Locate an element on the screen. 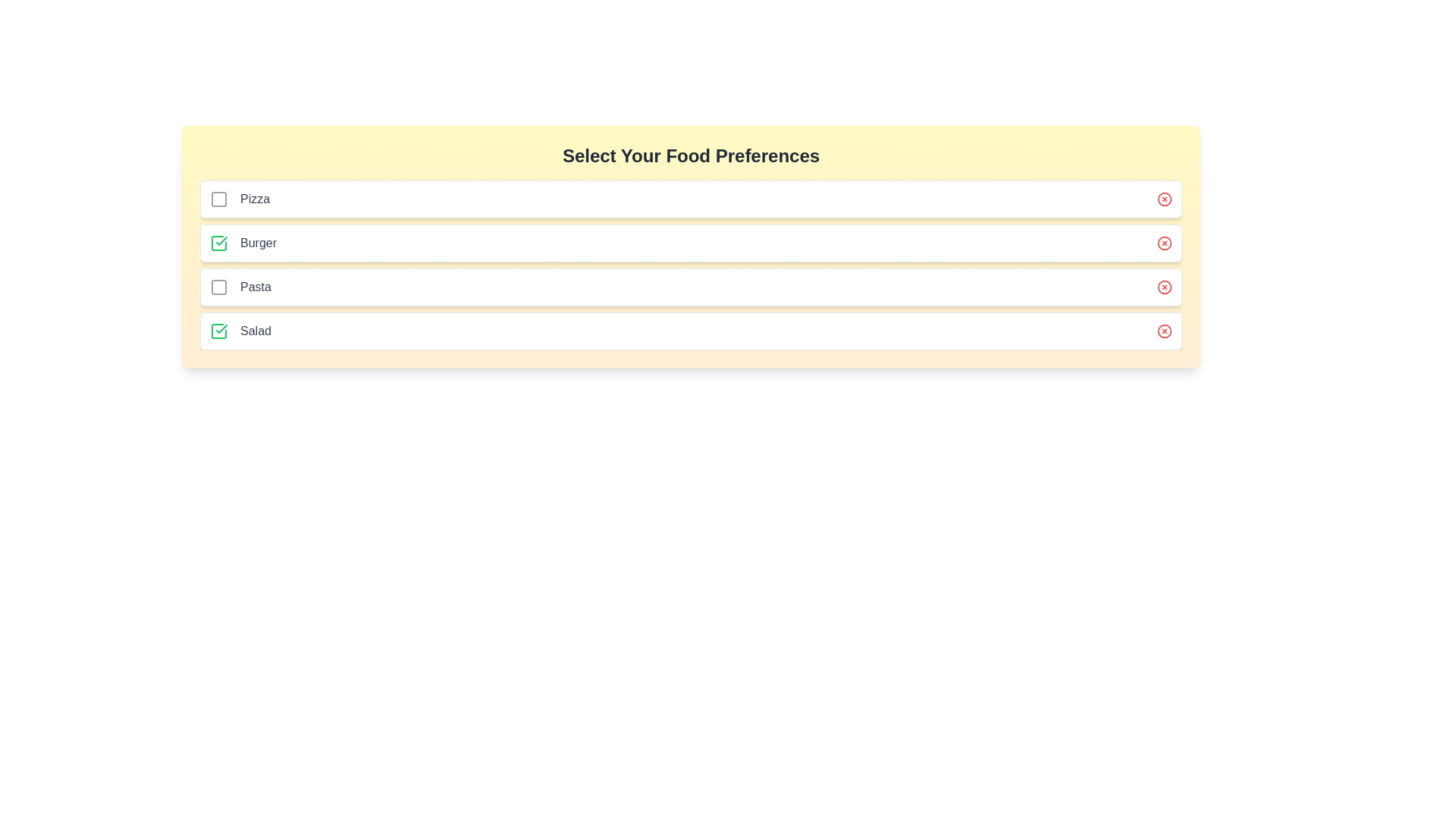 The image size is (1456, 819). the circular icon button located in the top-right corner of the row labeled 'Pizza' is located at coordinates (1164, 198).